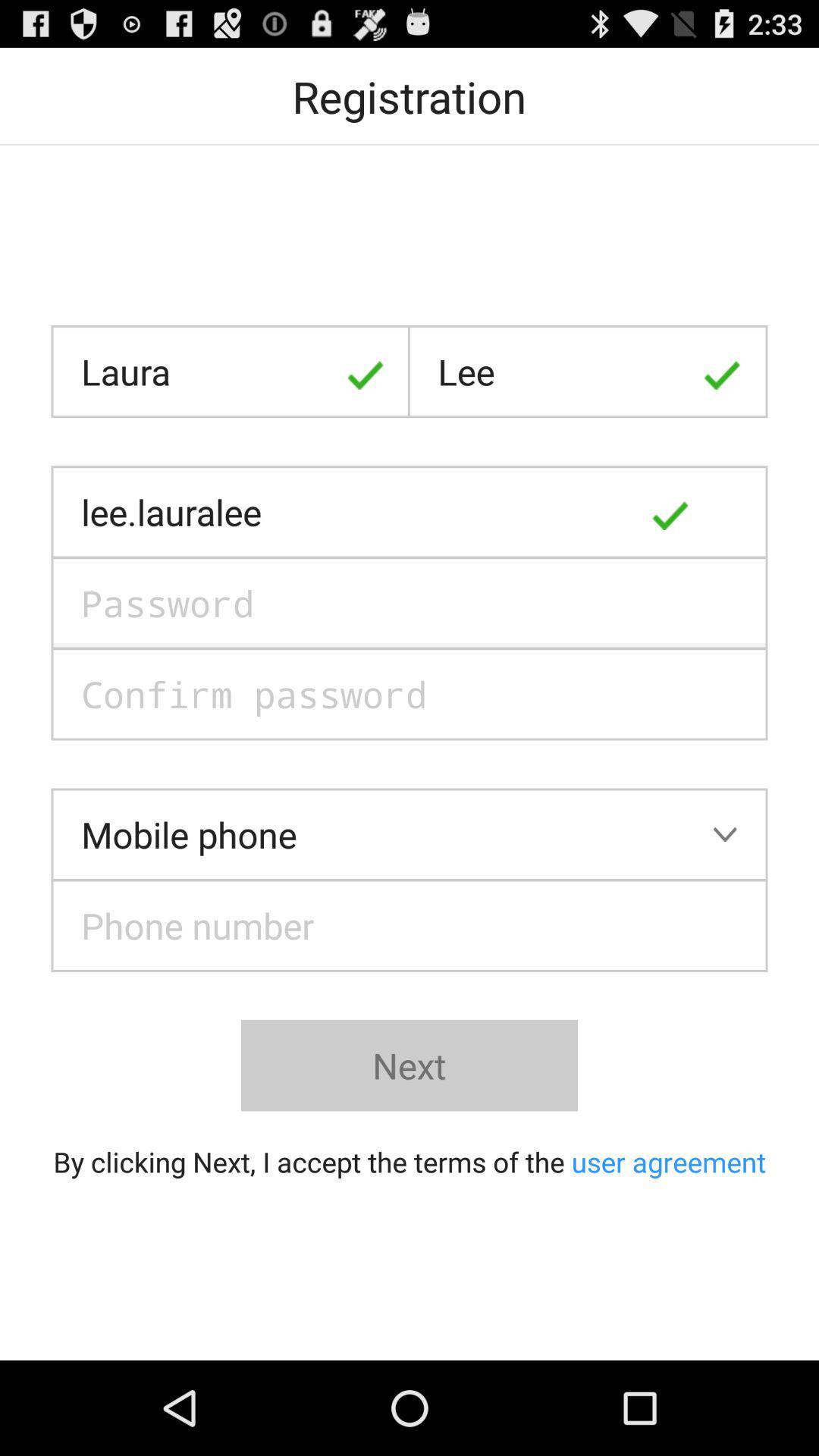 The width and height of the screenshot is (819, 1456). Describe the element at coordinates (409, 602) in the screenshot. I see `password` at that location.